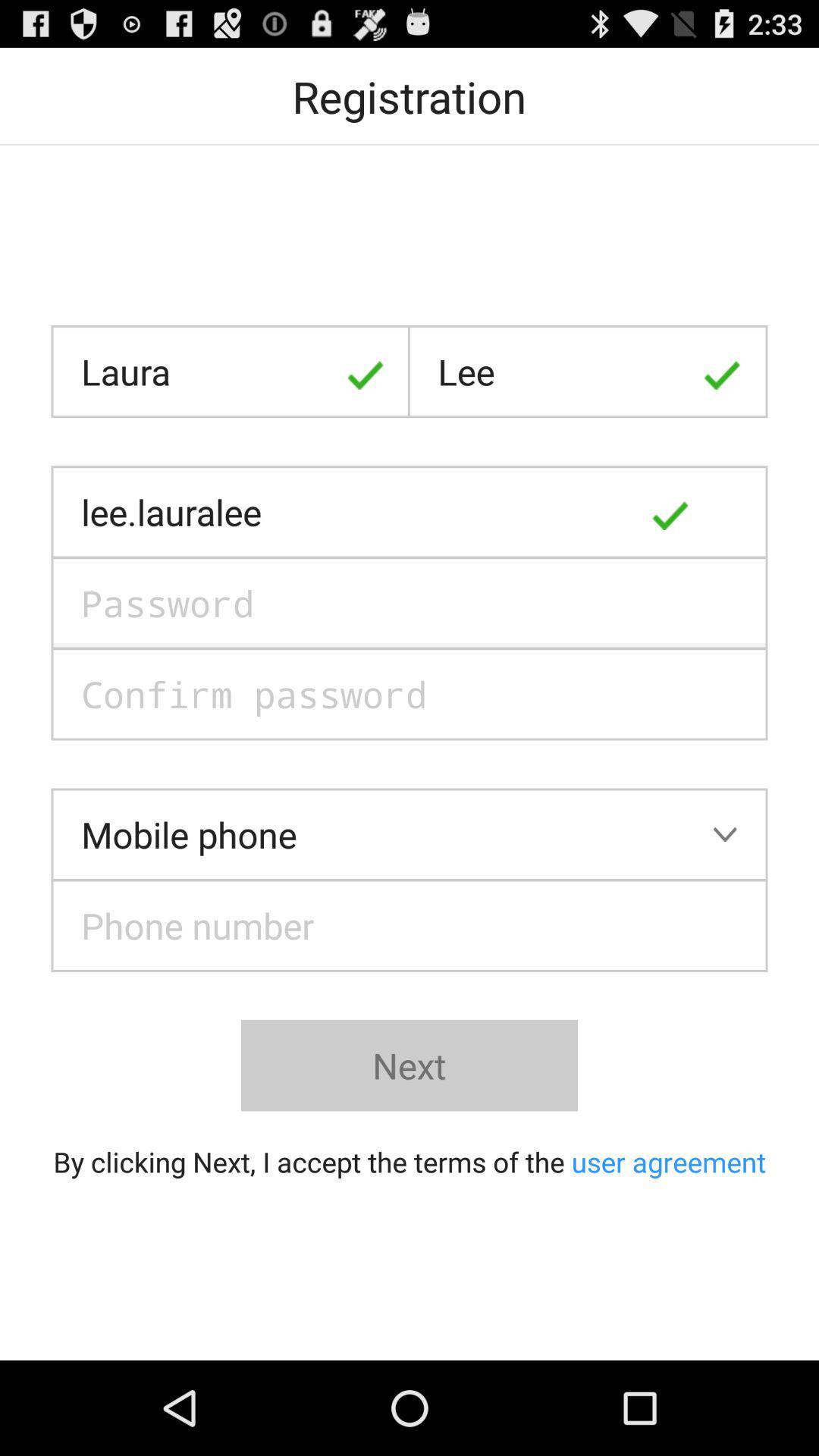 The width and height of the screenshot is (819, 1456). Describe the element at coordinates (409, 602) in the screenshot. I see `password` at that location.